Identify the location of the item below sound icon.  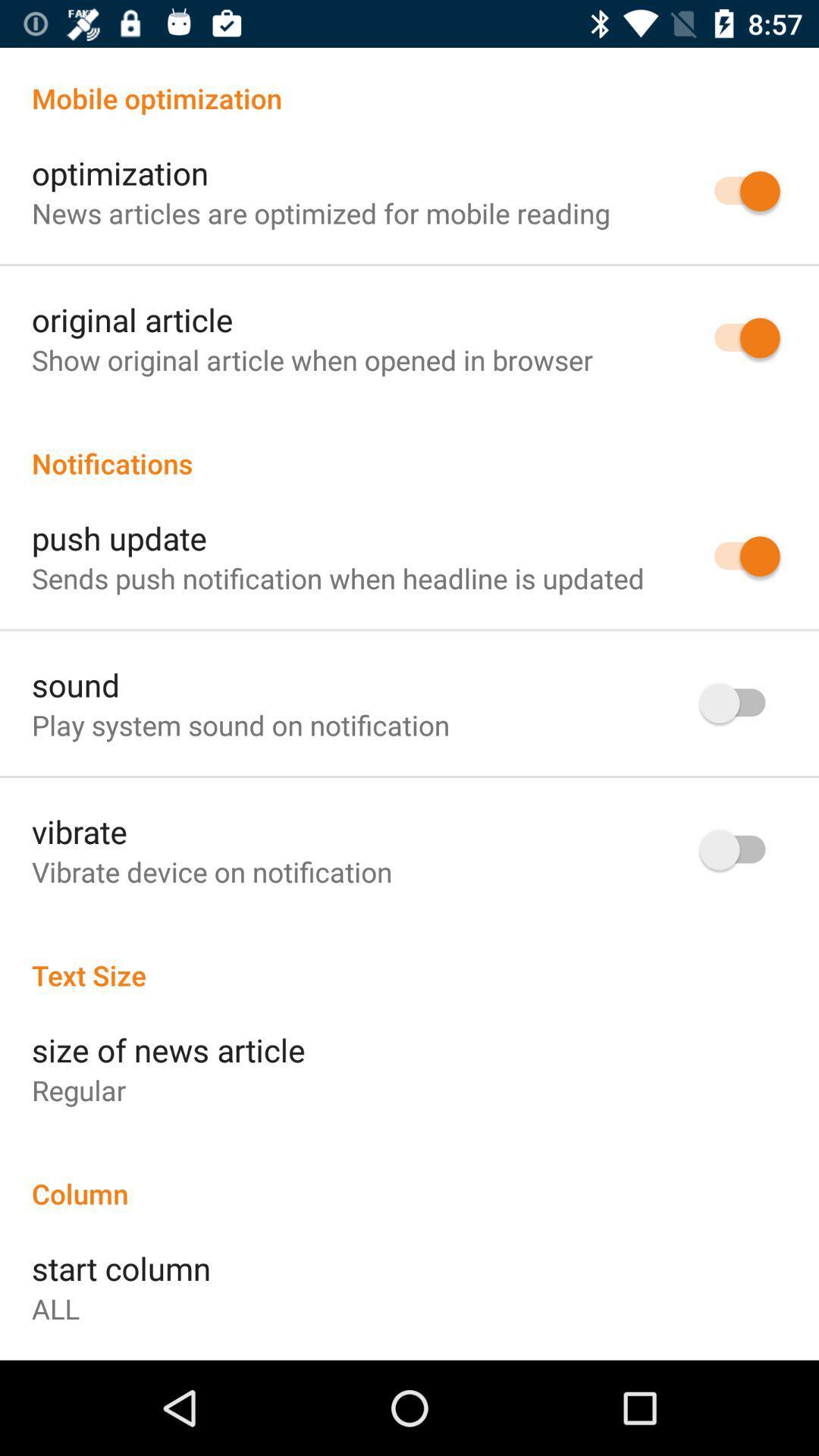
(240, 724).